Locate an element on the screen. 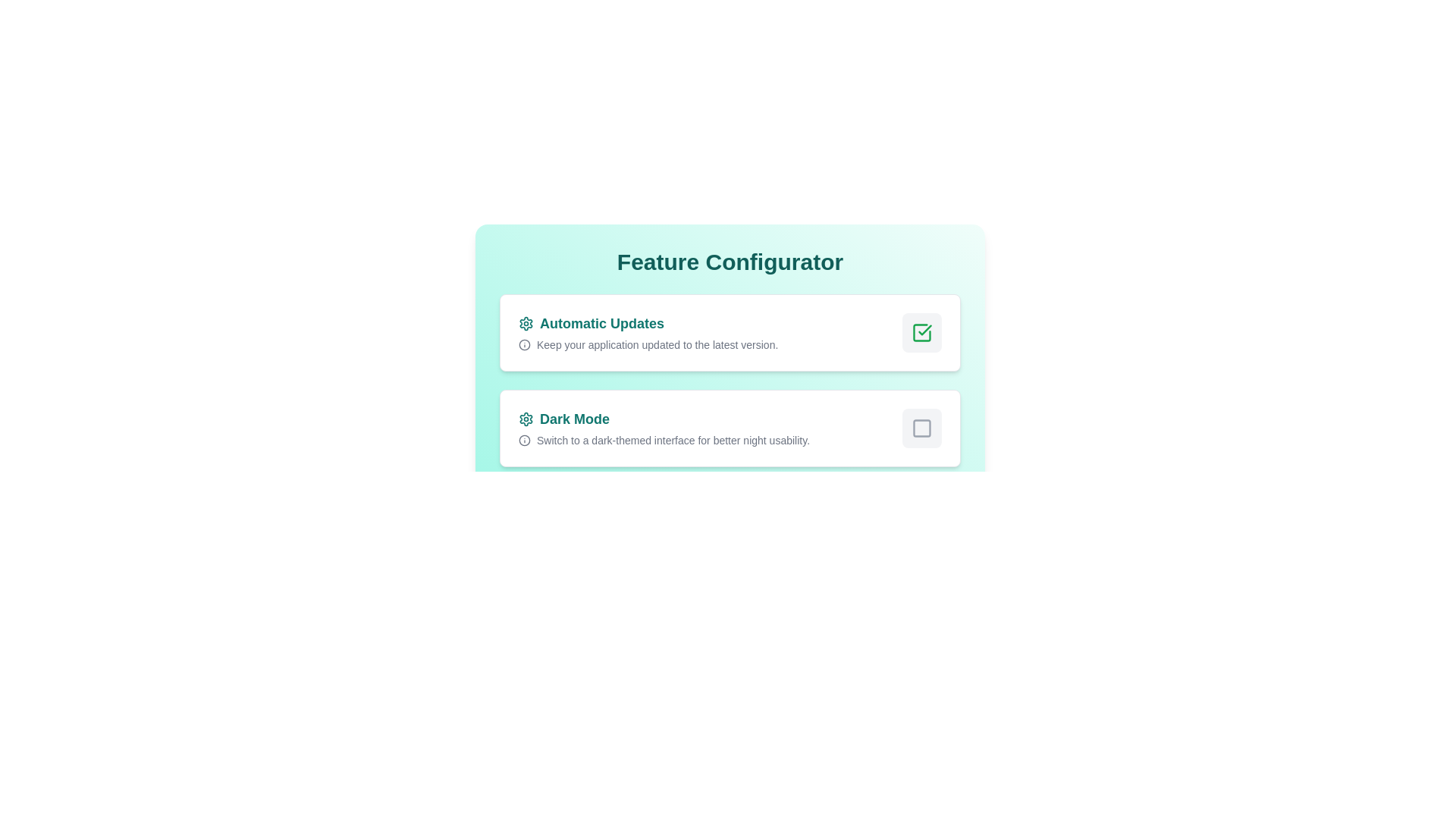 This screenshot has width=1456, height=819. the active checkbox with a green outline indicating selection status for 'Automatic Updates' is located at coordinates (921, 332).